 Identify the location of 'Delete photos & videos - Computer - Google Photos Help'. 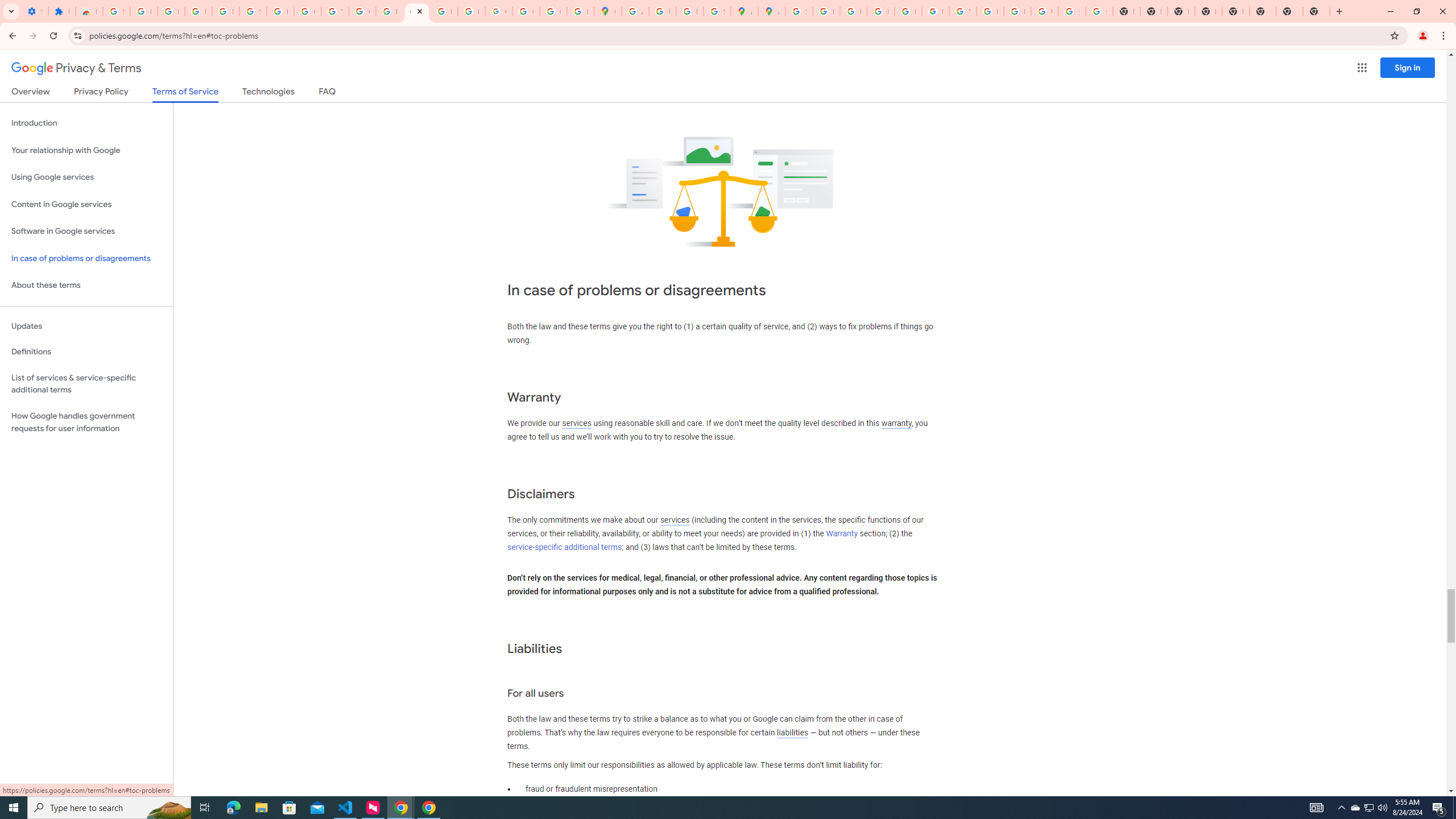
(170, 11).